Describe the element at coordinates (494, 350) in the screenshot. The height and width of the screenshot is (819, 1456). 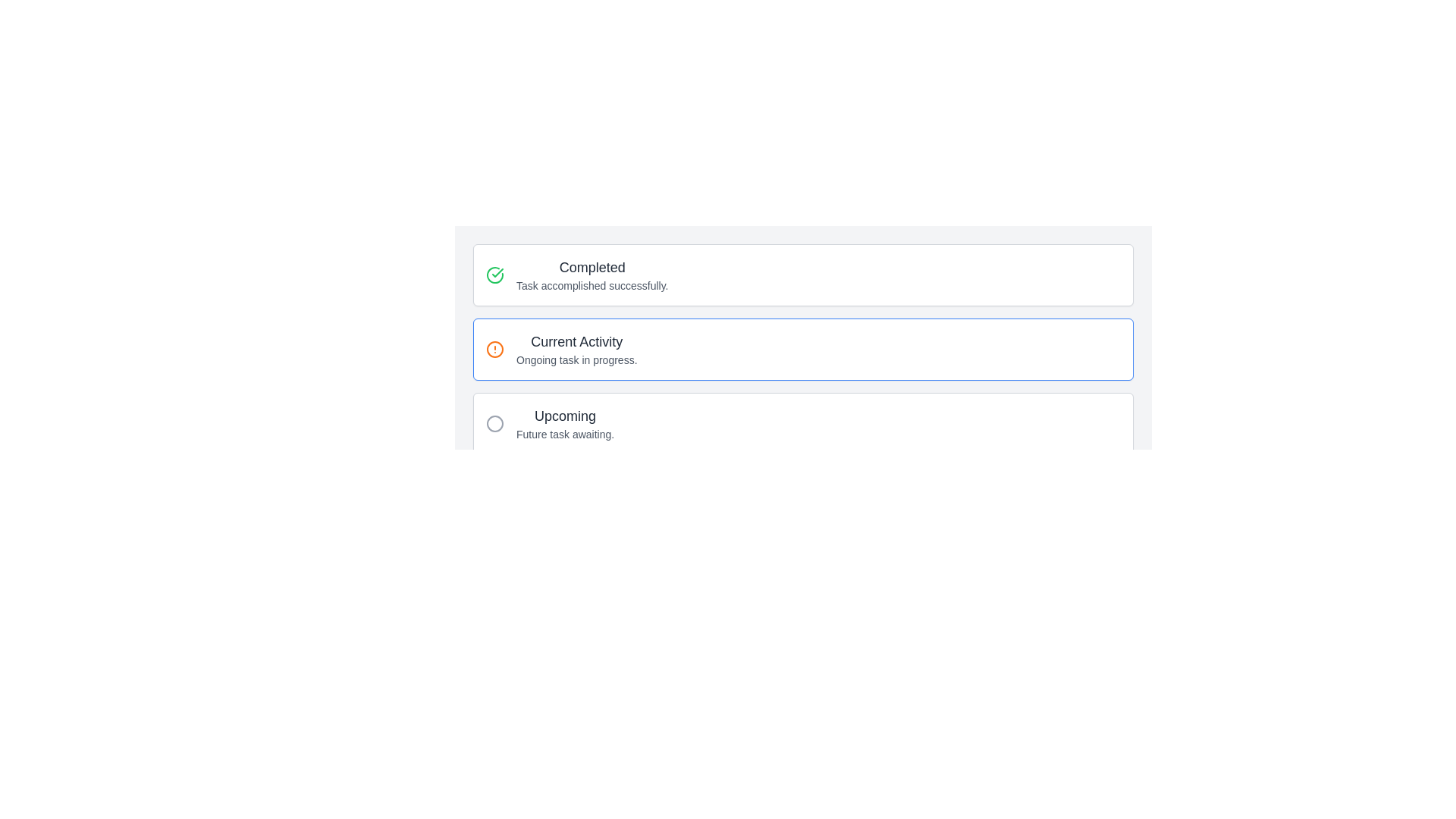
I see `the visual indicator icon located to the left of the text content in the 'Current Activity' card, which is the middle card in a vertical list of three cards` at that location.